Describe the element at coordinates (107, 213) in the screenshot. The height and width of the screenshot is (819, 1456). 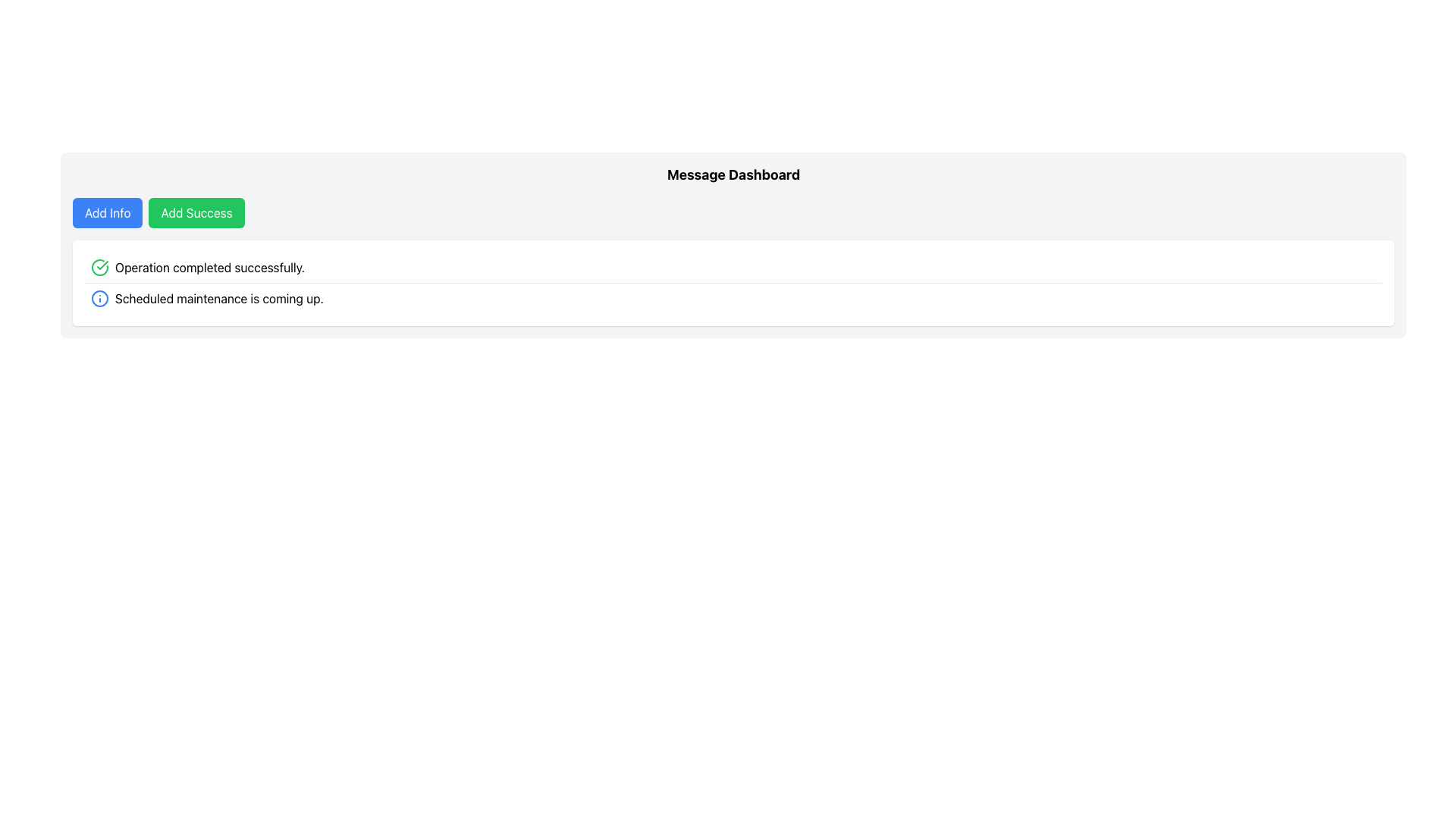
I see `the rectangular button with a blue background labeled 'Add Info'` at that location.